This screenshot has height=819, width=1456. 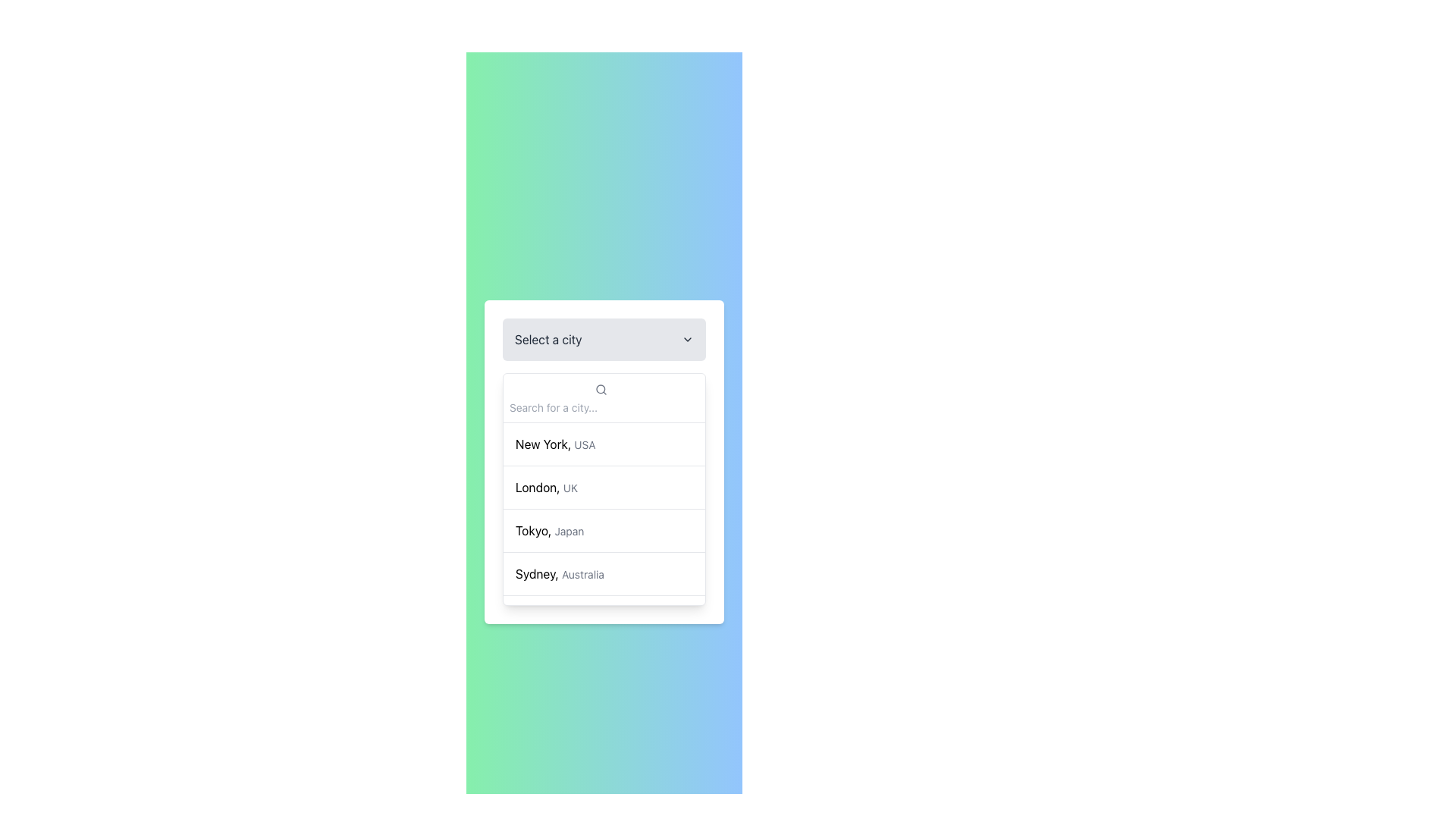 What do you see at coordinates (603, 461) in the screenshot?
I see `to select the city option 'New York, USA' from the dropdown list, which is the first selectable option directly under the 'Search for a city...' input field` at bounding box center [603, 461].